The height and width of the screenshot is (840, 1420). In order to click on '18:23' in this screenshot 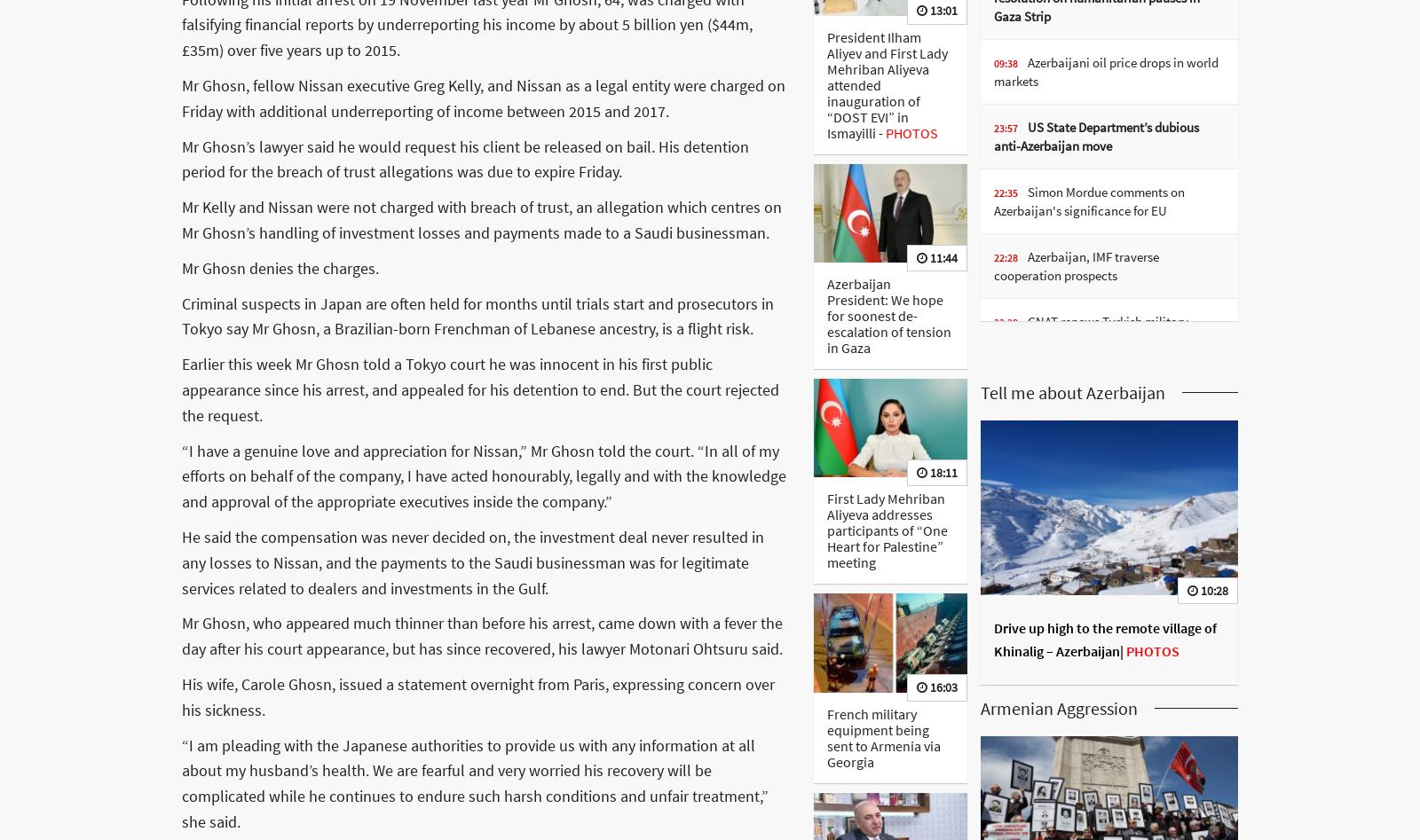, I will do `click(1005, 683)`.